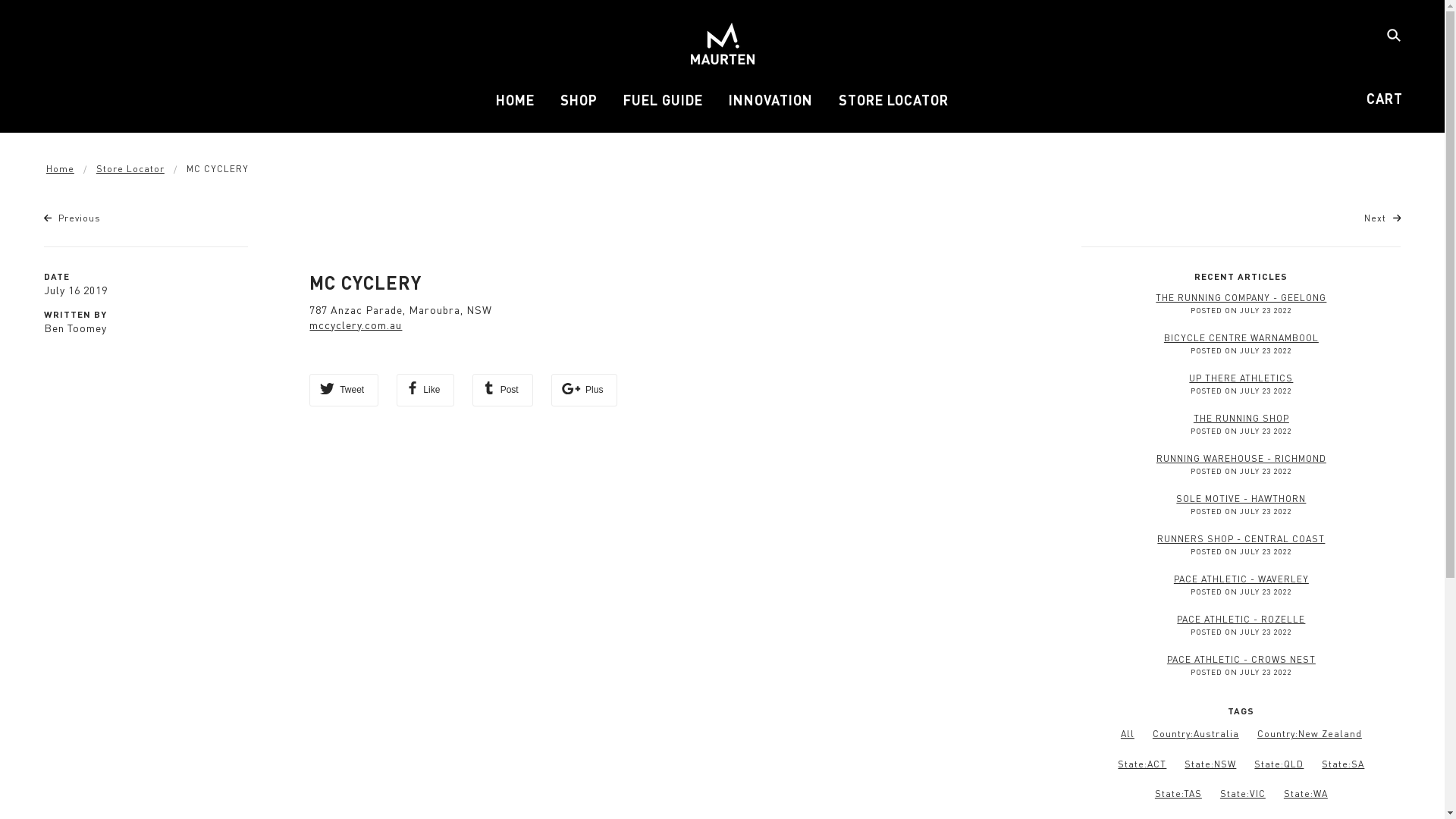 The height and width of the screenshot is (819, 1456). What do you see at coordinates (1210, 764) in the screenshot?
I see `'State:NSW'` at bounding box center [1210, 764].